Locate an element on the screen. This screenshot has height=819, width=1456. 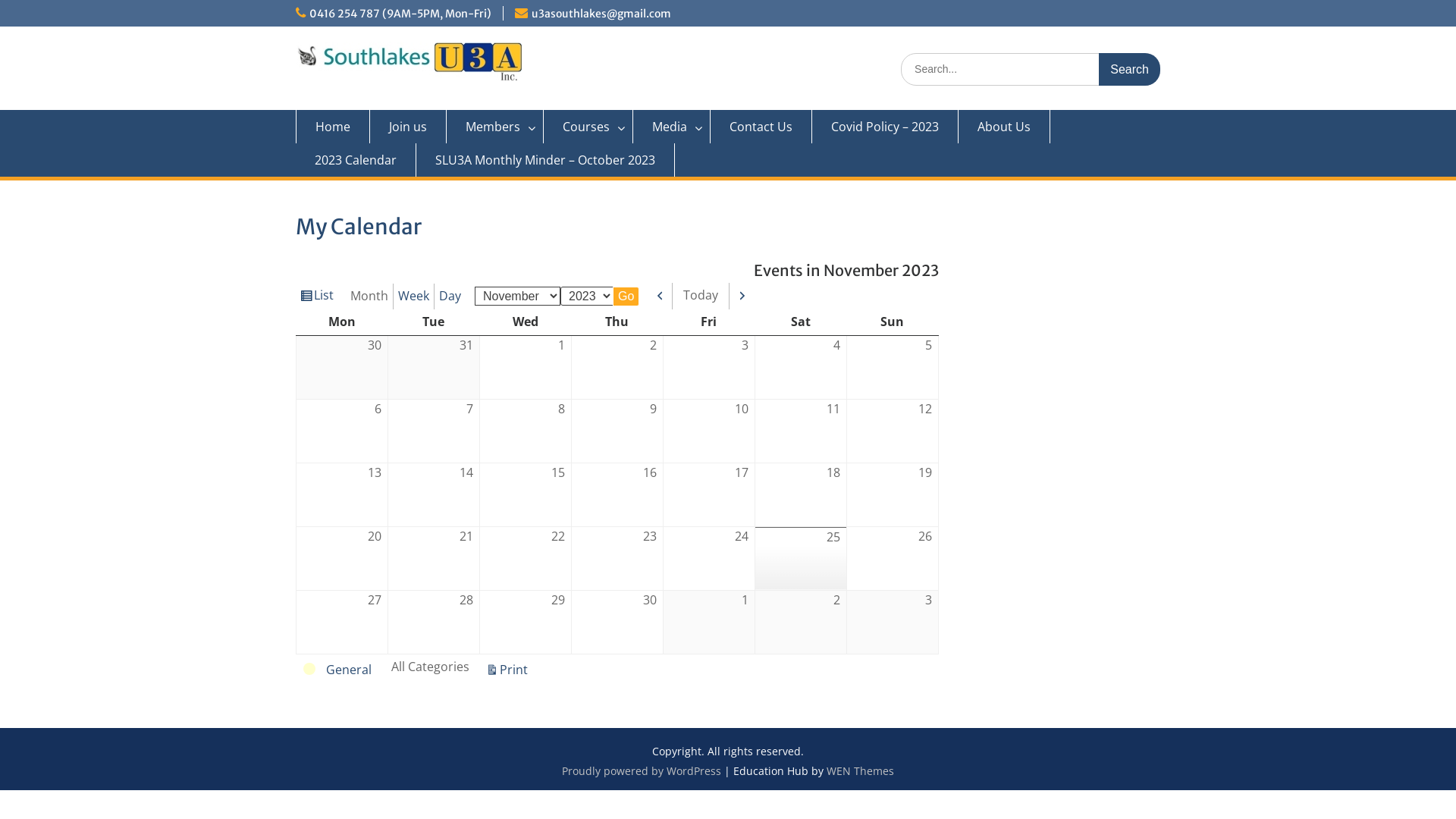
'0416 254 787 (9AM-5PM, Mon-Fri)' is located at coordinates (400, 14).